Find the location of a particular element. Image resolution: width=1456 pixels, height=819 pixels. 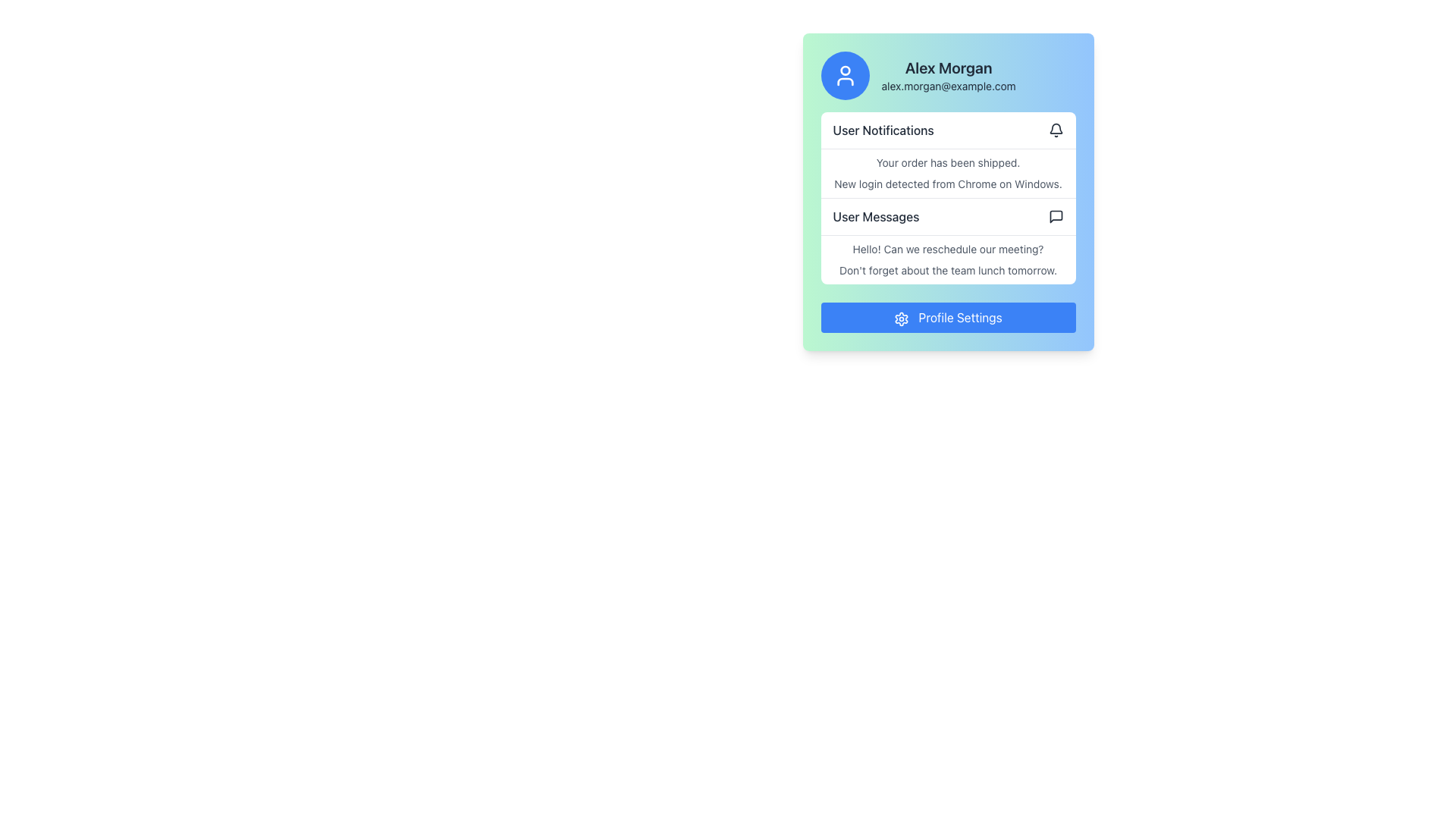

the user profile avatar icon located within the circular blue background at the top-left section of the card interface is located at coordinates (844, 76).